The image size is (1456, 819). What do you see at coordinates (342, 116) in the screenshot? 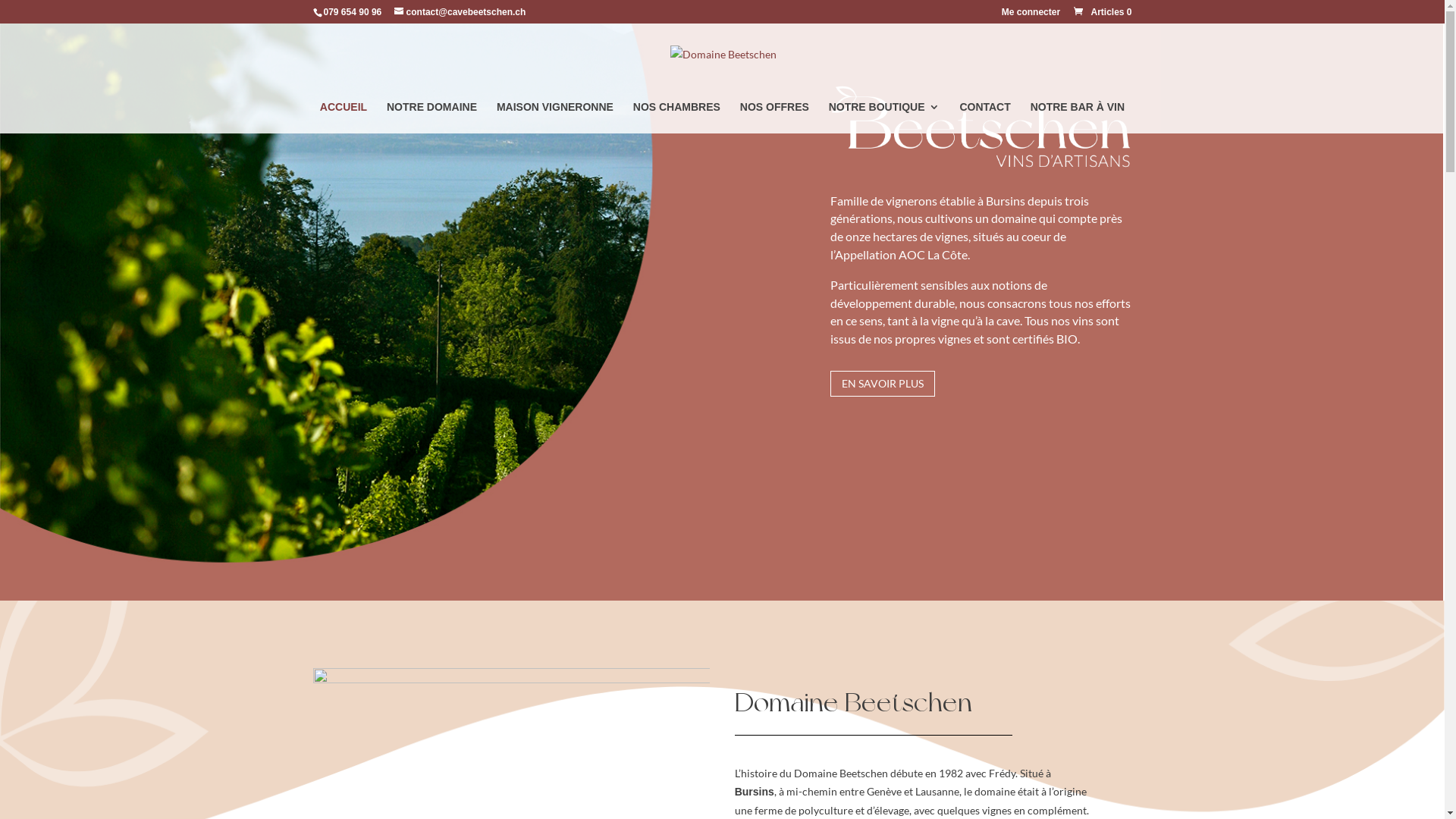
I see `'ACCUEIL'` at bounding box center [342, 116].